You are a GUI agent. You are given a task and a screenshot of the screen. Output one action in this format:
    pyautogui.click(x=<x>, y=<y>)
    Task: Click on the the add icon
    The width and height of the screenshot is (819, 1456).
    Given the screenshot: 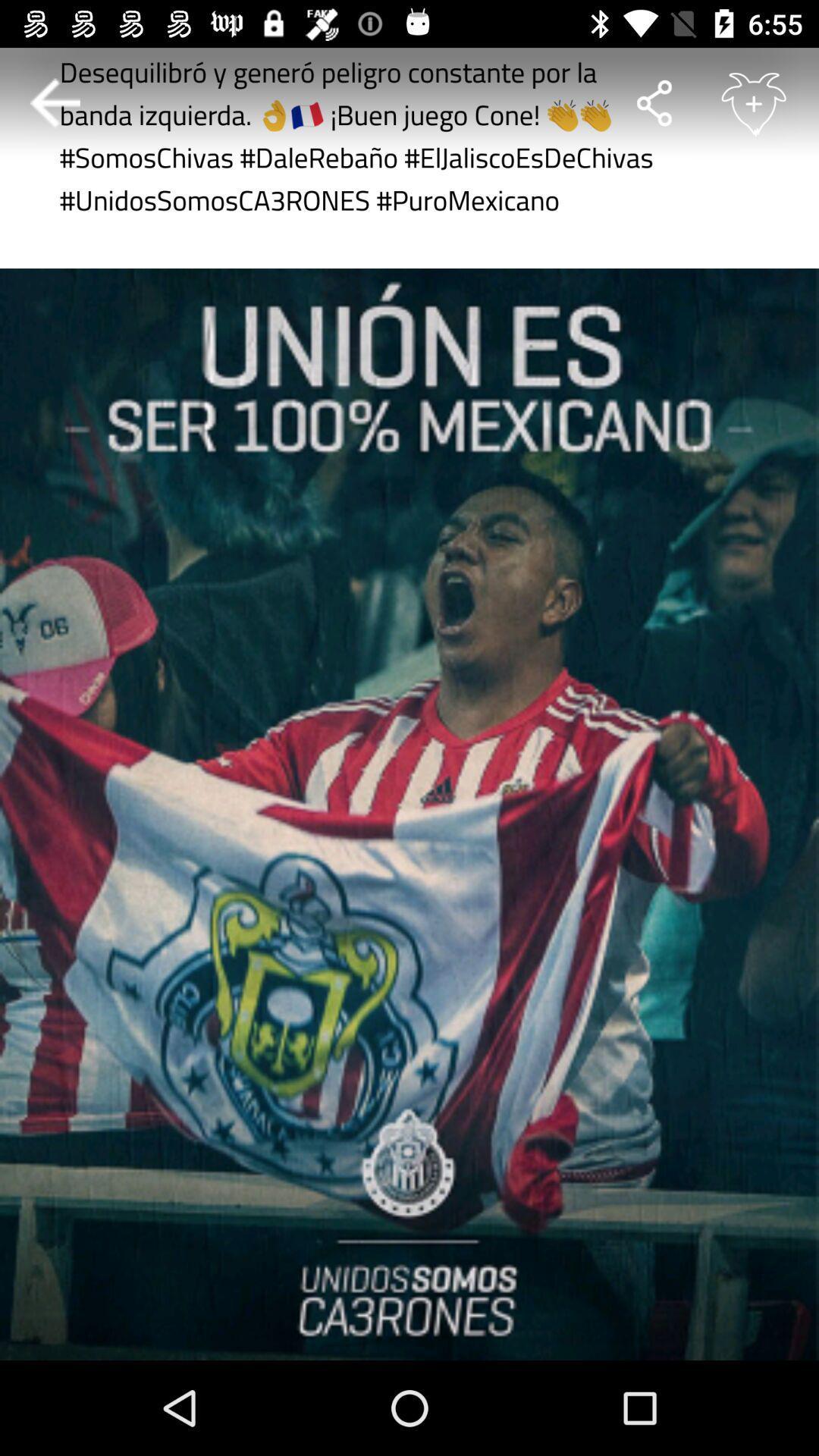 What is the action you would take?
    pyautogui.click(x=754, y=102)
    